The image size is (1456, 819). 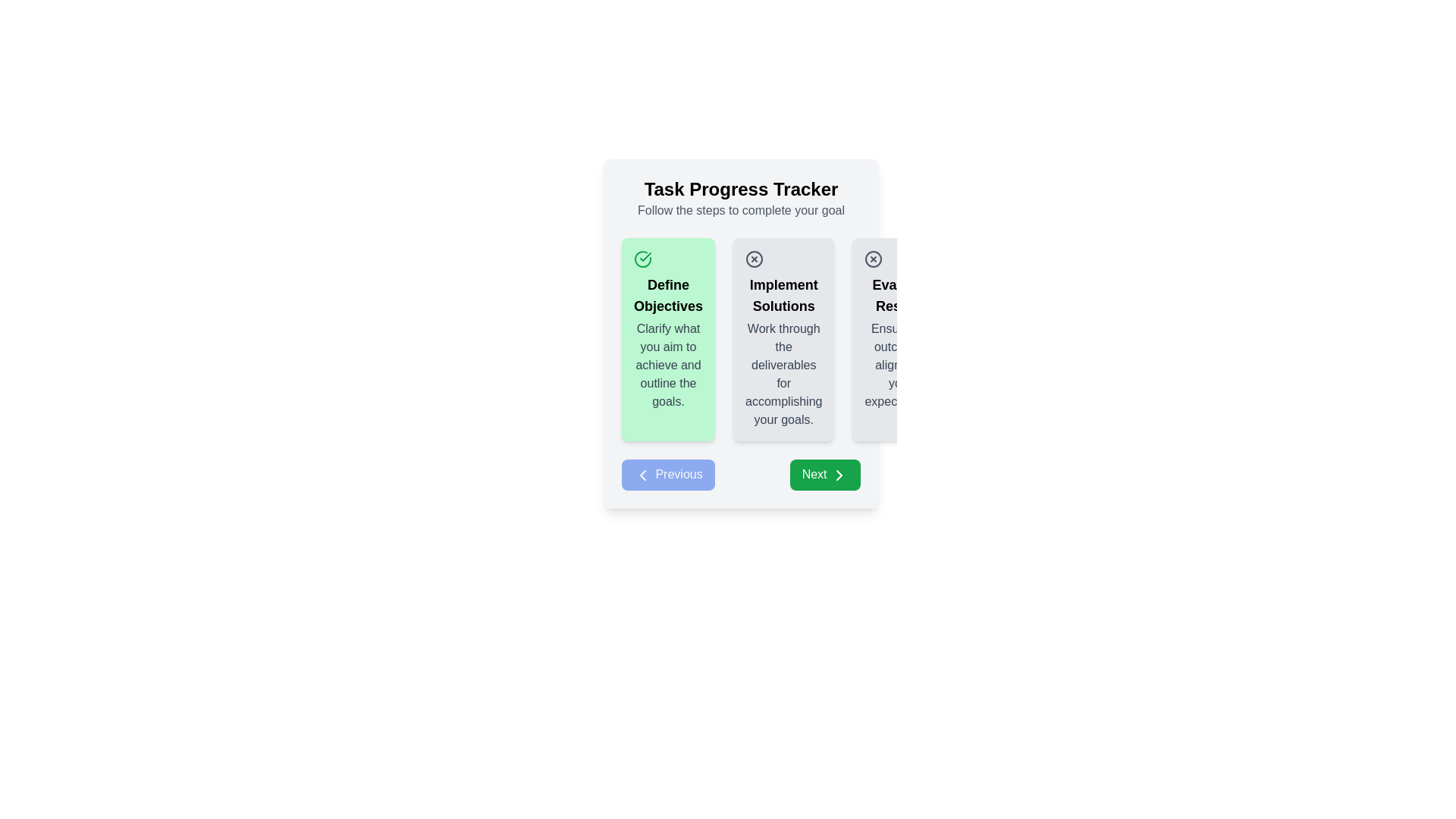 What do you see at coordinates (755, 259) in the screenshot?
I see `the status icon located at the top-center of the 'Implement Solutions' card, which indicates the action or progress state` at bounding box center [755, 259].